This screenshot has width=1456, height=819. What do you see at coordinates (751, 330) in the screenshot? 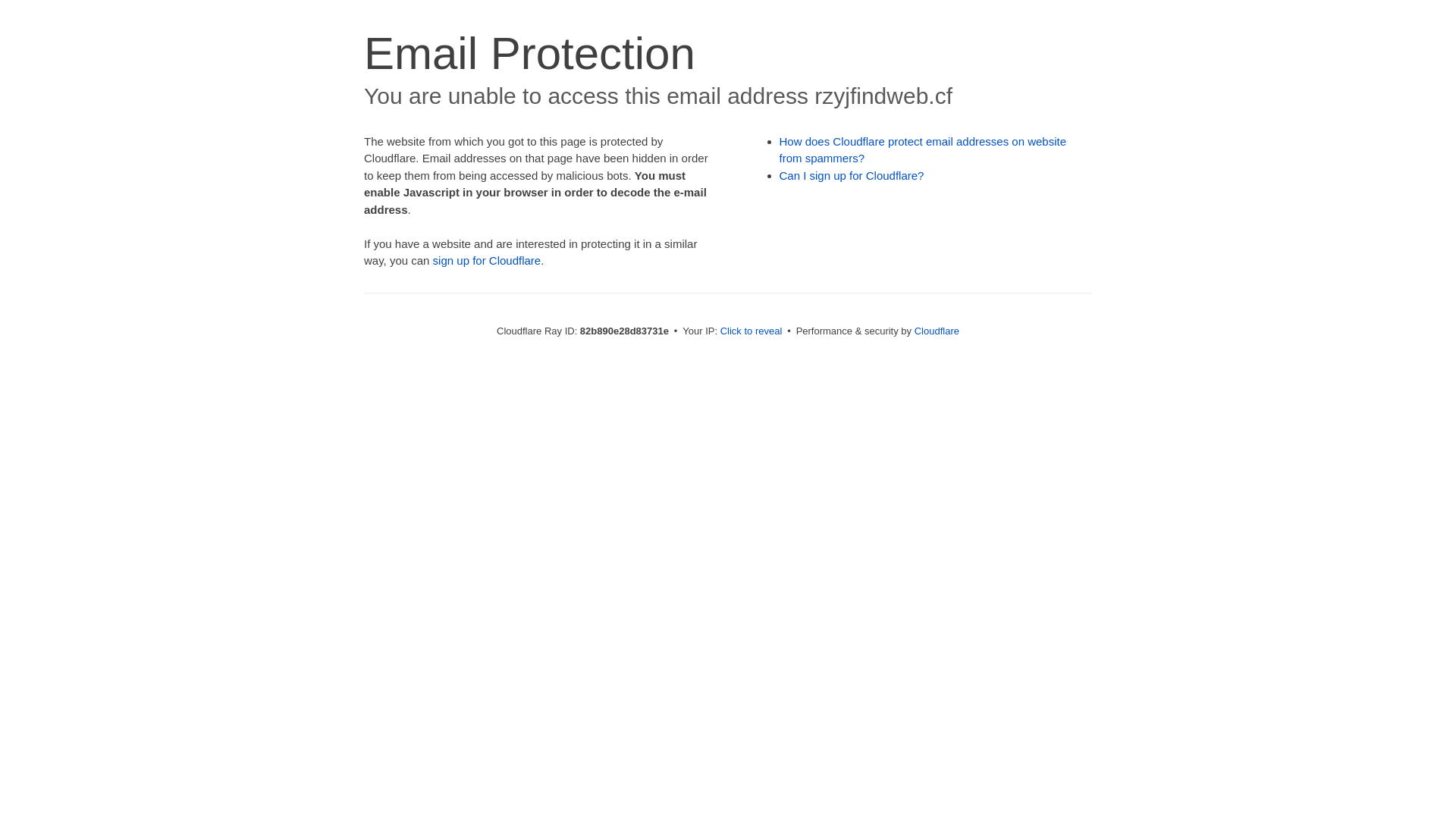
I see `'Click to reveal'` at bounding box center [751, 330].